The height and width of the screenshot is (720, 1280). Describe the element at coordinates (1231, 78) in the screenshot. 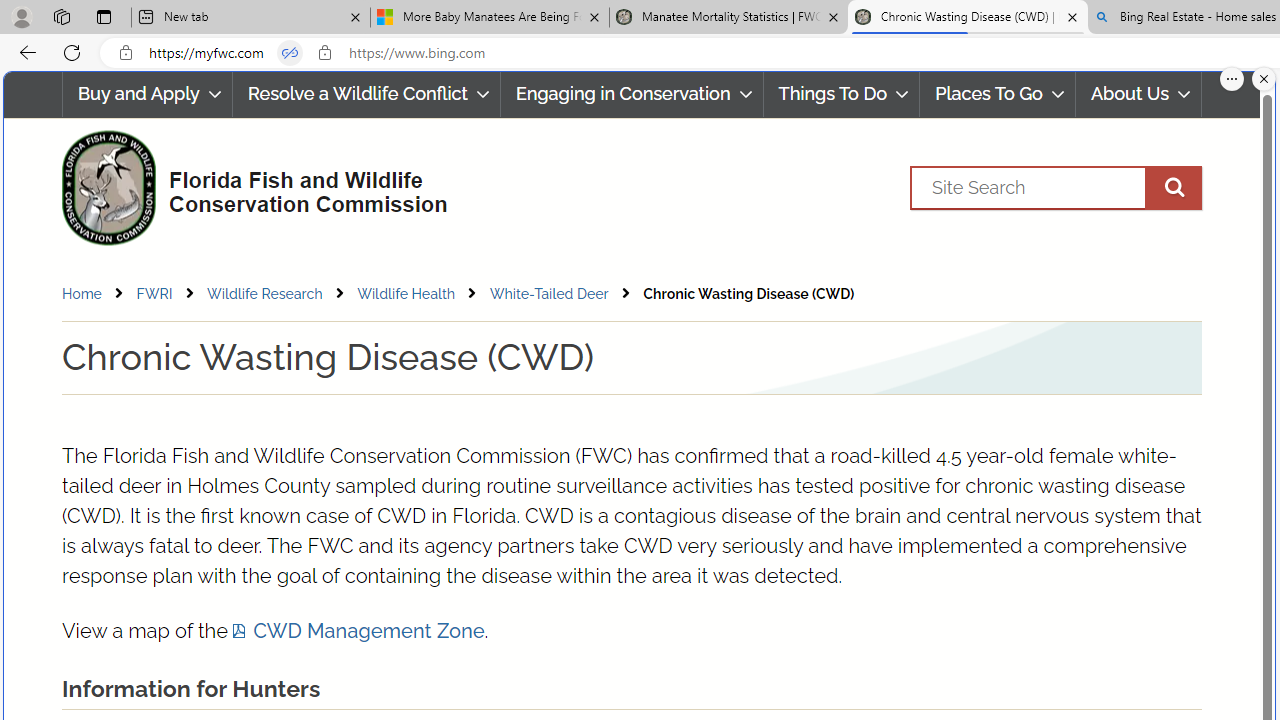

I see `'More options.'` at that location.